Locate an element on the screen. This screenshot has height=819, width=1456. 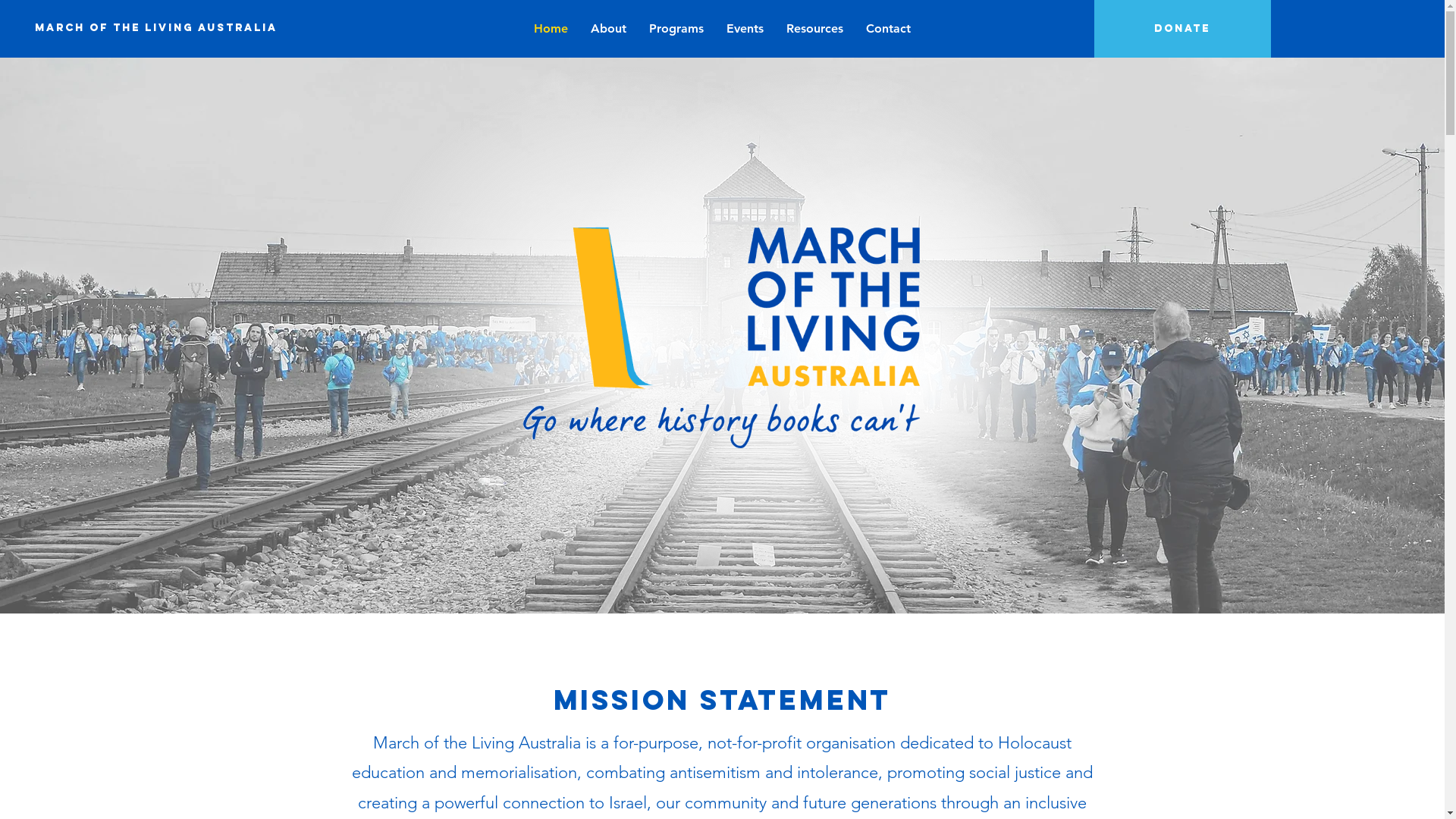
'Programs' is located at coordinates (676, 28).